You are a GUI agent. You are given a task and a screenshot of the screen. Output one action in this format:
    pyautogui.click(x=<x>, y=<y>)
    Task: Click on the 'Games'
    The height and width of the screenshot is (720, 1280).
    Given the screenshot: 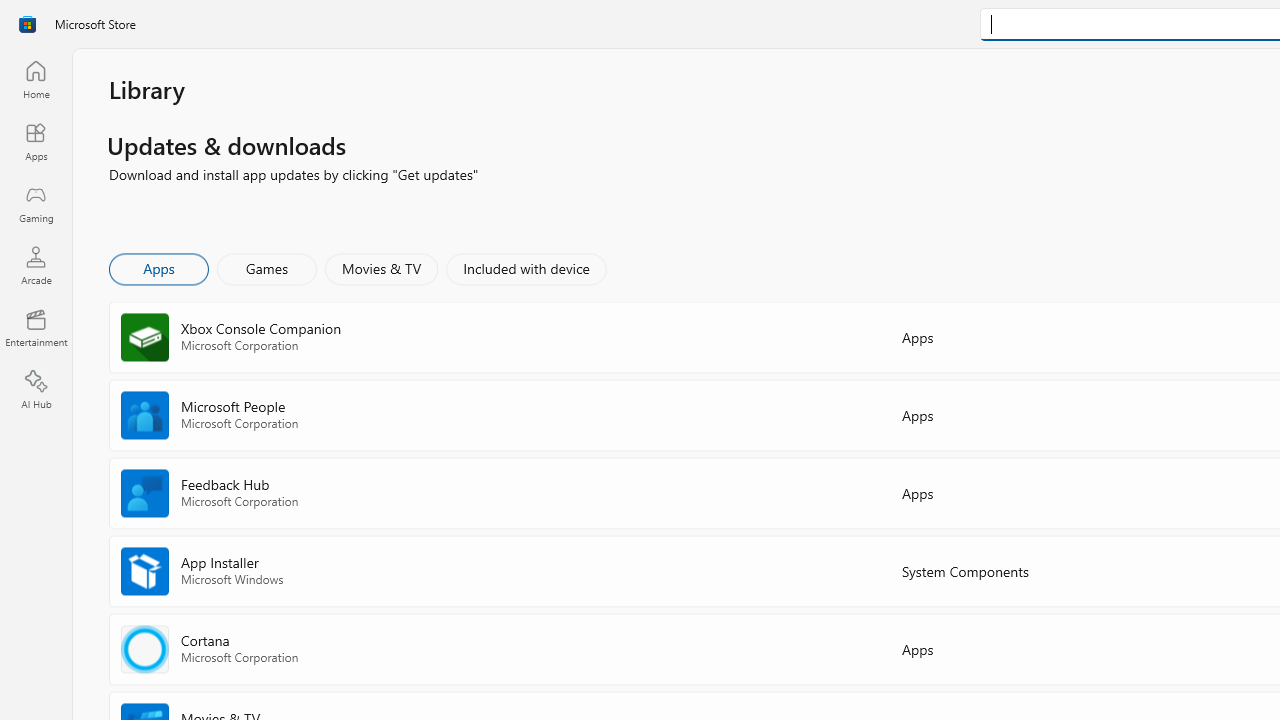 What is the action you would take?
    pyautogui.click(x=266, y=267)
    